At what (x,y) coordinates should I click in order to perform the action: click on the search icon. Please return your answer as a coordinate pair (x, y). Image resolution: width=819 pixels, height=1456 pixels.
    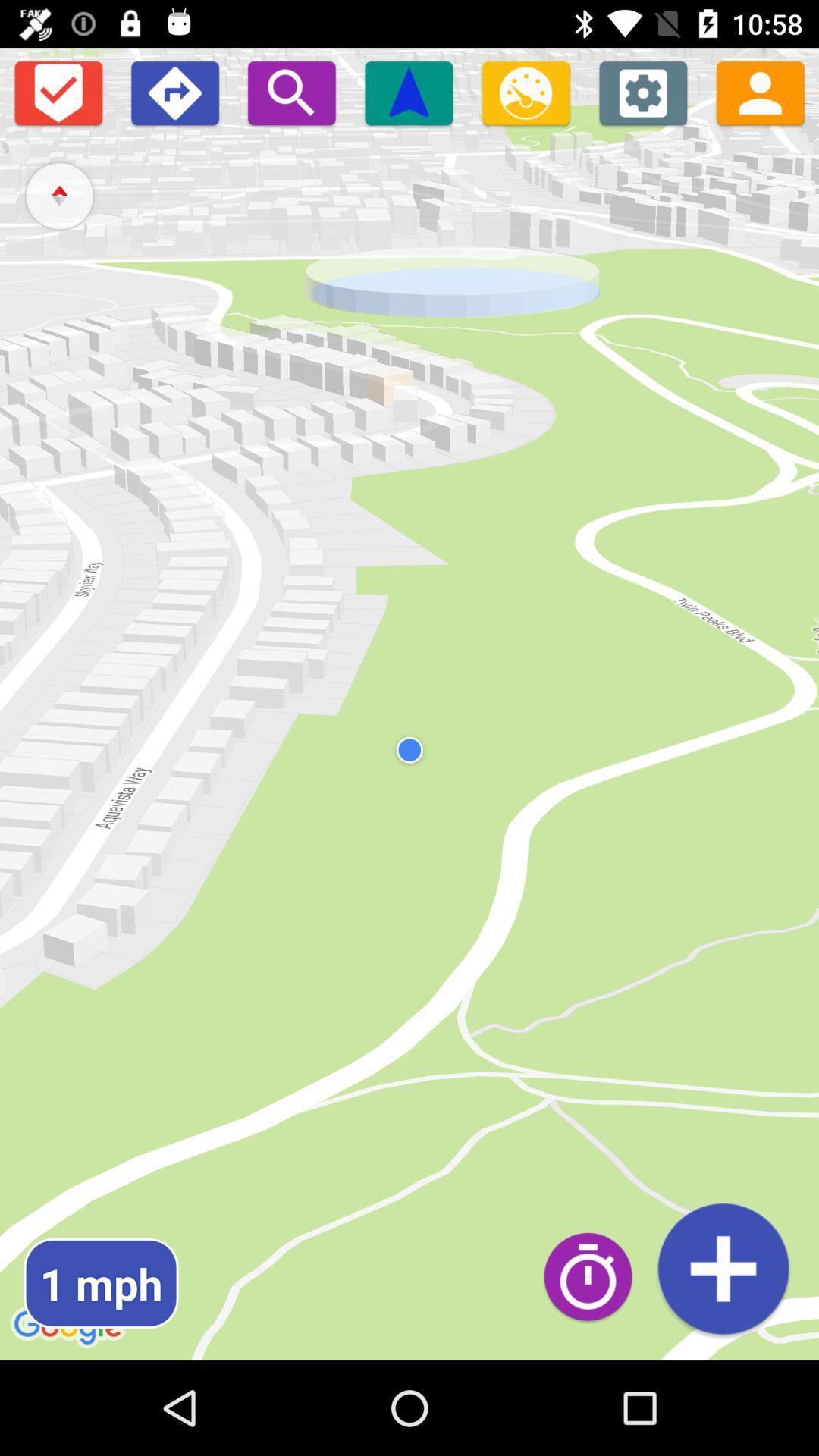
    Looking at the image, I should click on (291, 92).